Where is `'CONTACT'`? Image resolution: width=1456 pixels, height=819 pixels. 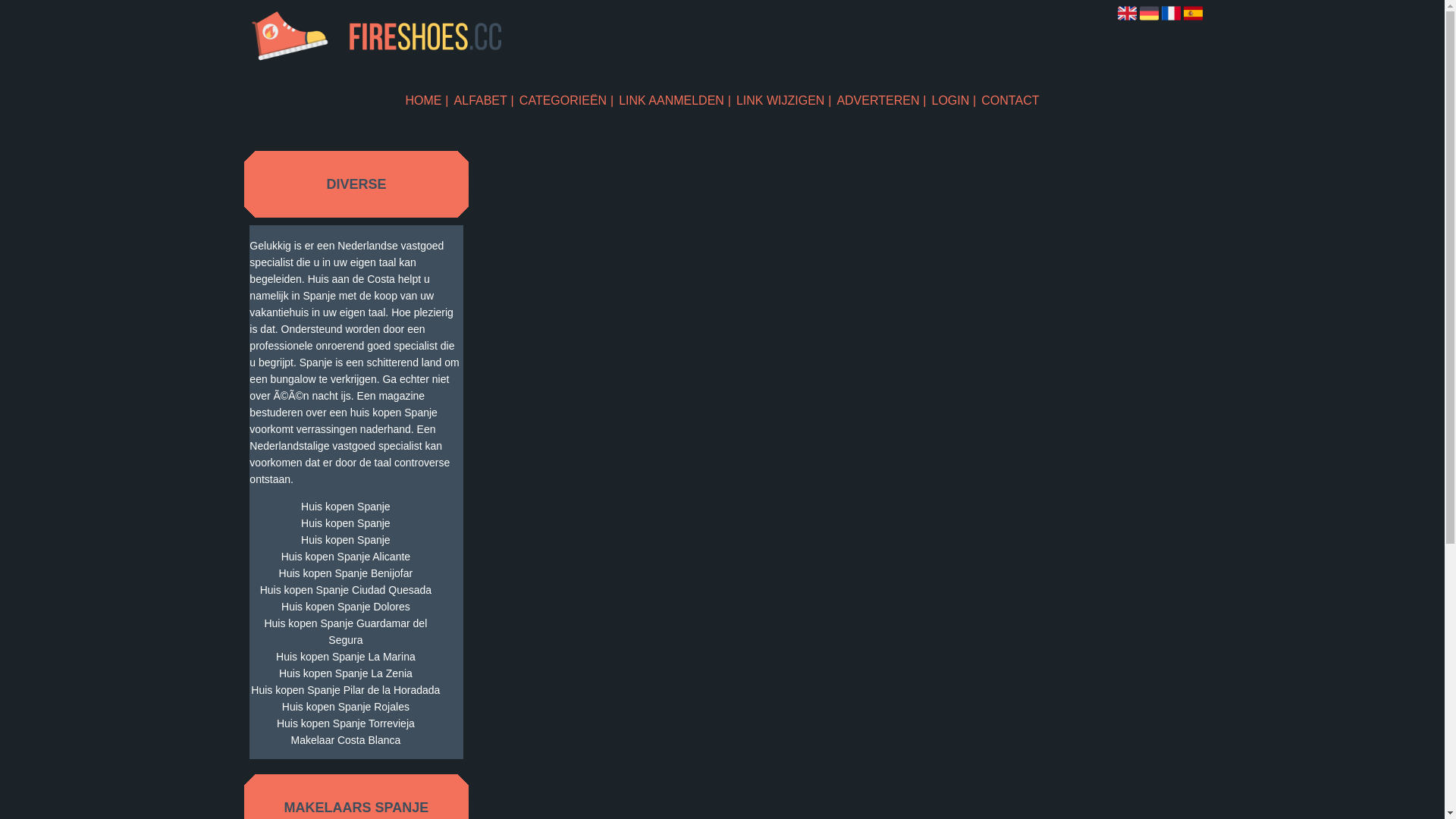
'CONTACT' is located at coordinates (981, 100).